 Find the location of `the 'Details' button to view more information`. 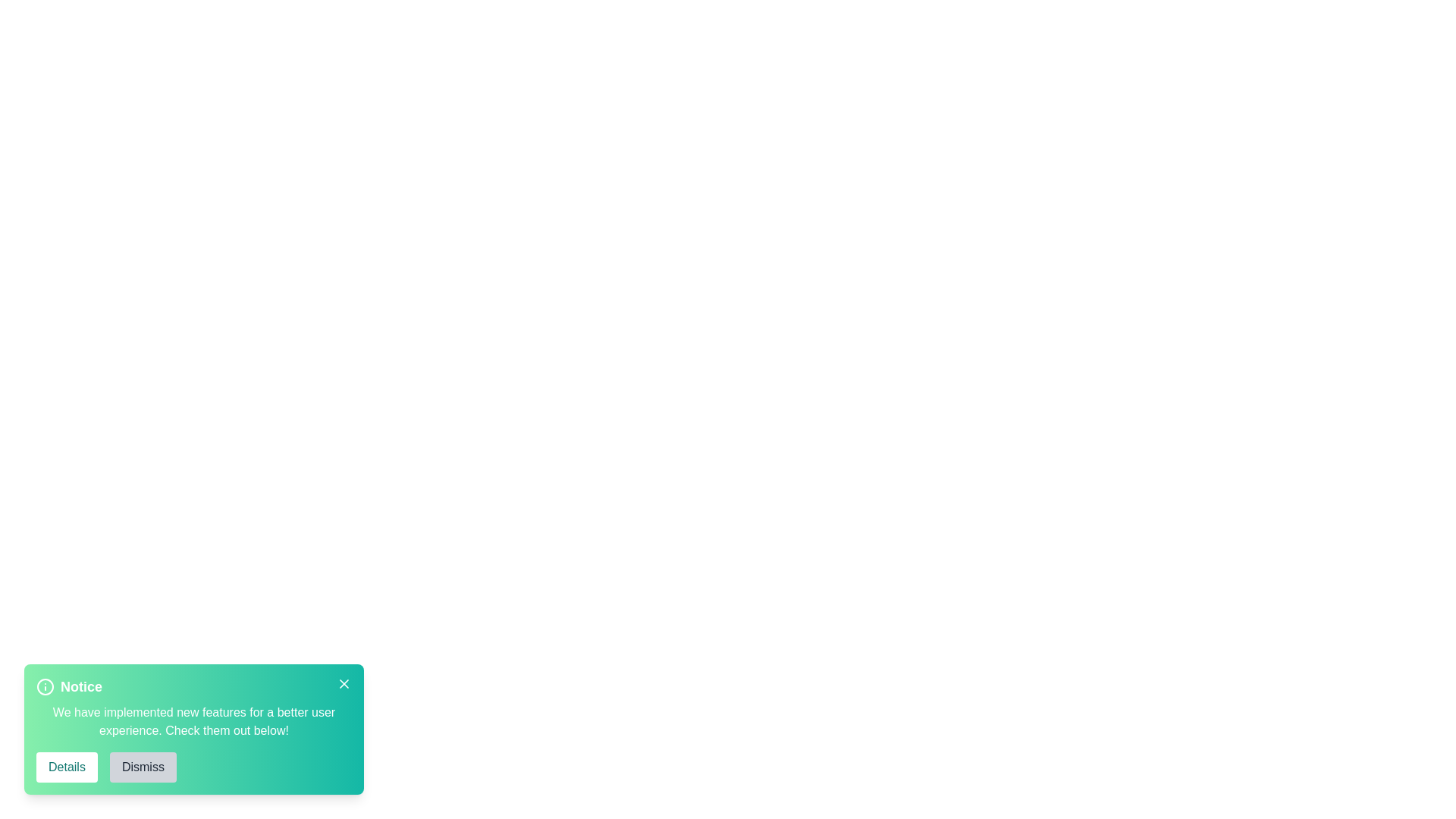

the 'Details' button to view more information is located at coordinates (65, 767).